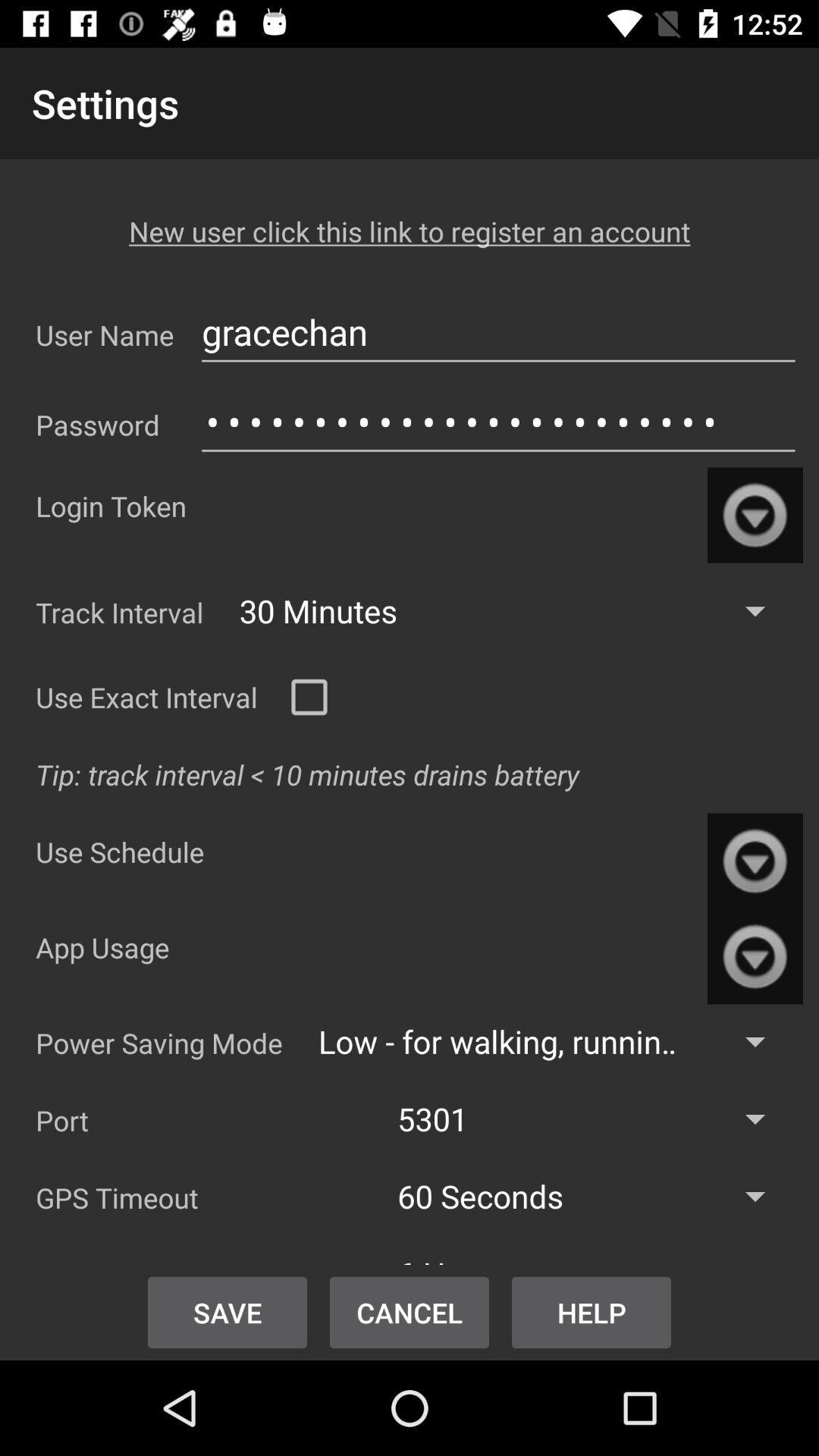 Image resolution: width=819 pixels, height=1456 pixels. Describe the element at coordinates (755, 515) in the screenshot. I see `the expand_more icon` at that location.